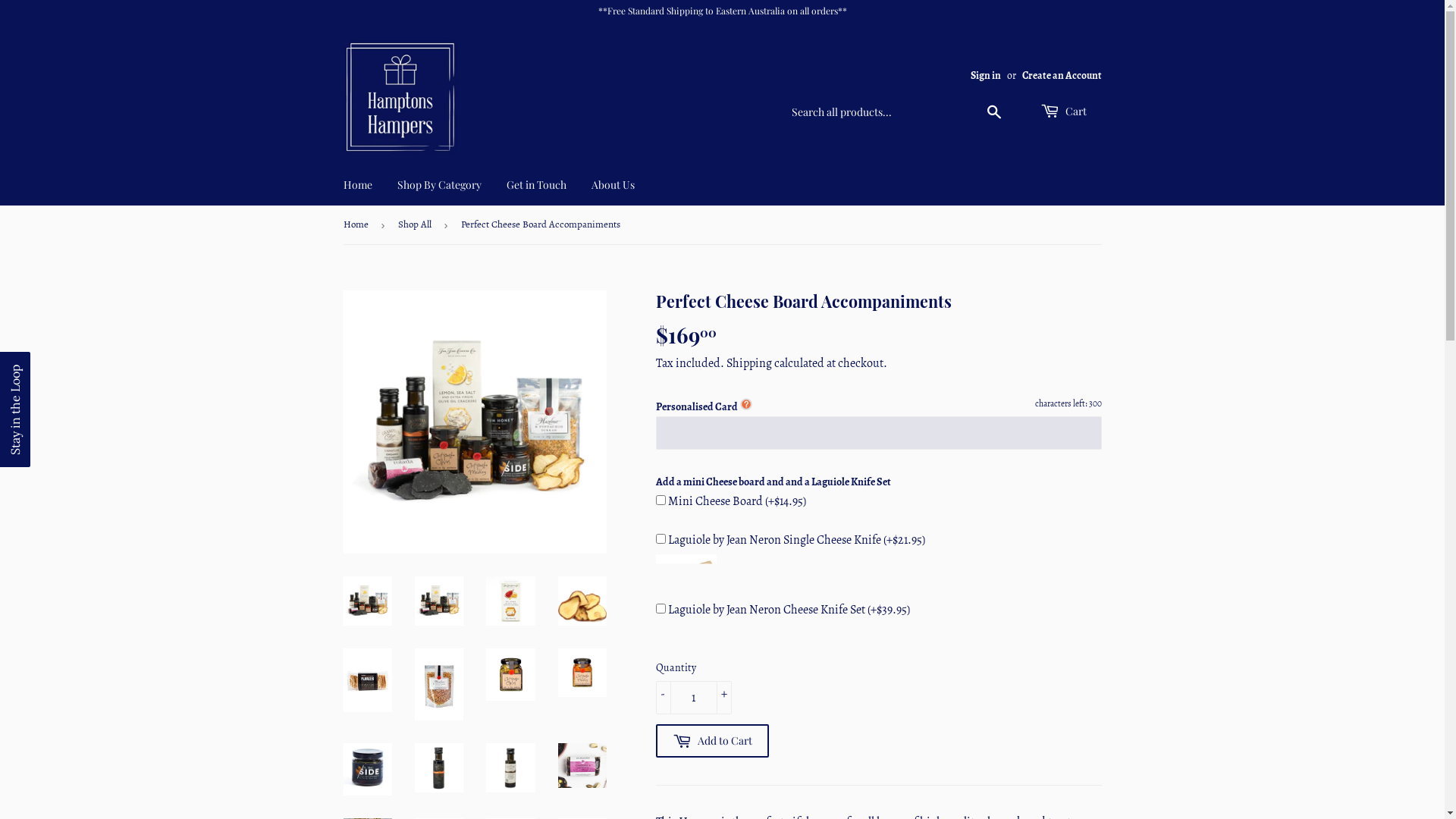  I want to click on 'Home', so click(356, 202).